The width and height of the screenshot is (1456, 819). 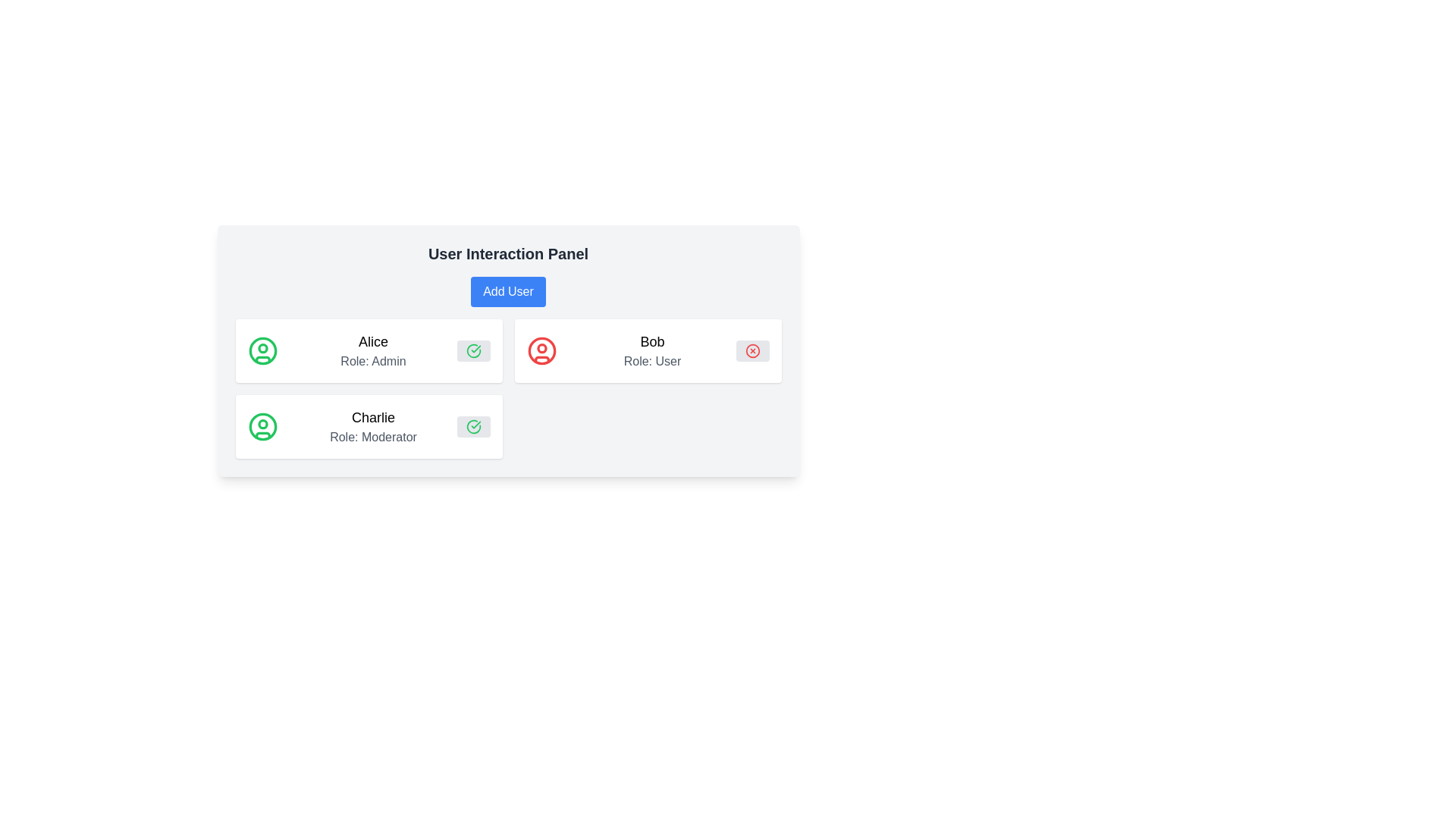 What do you see at coordinates (472, 350) in the screenshot?
I see `the icon resembling a circle with a checkmark inside it, styled with a 'currentColor' stroke and a green color, located in the bottom-right corner of the card labeled 'Charlie Role: Moderator'` at bounding box center [472, 350].